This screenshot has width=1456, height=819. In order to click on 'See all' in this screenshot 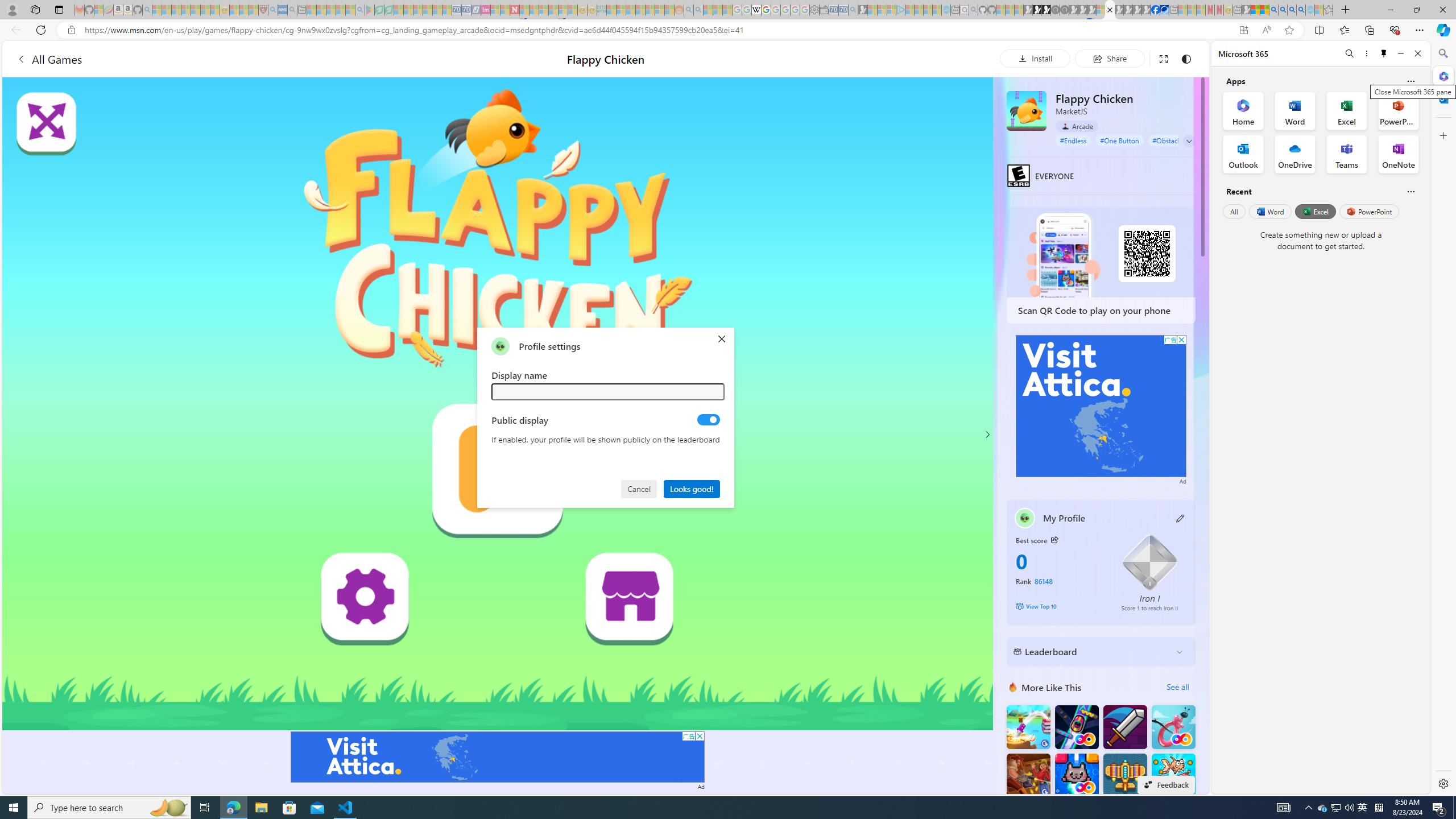, I will do `click(1177, 686)`.